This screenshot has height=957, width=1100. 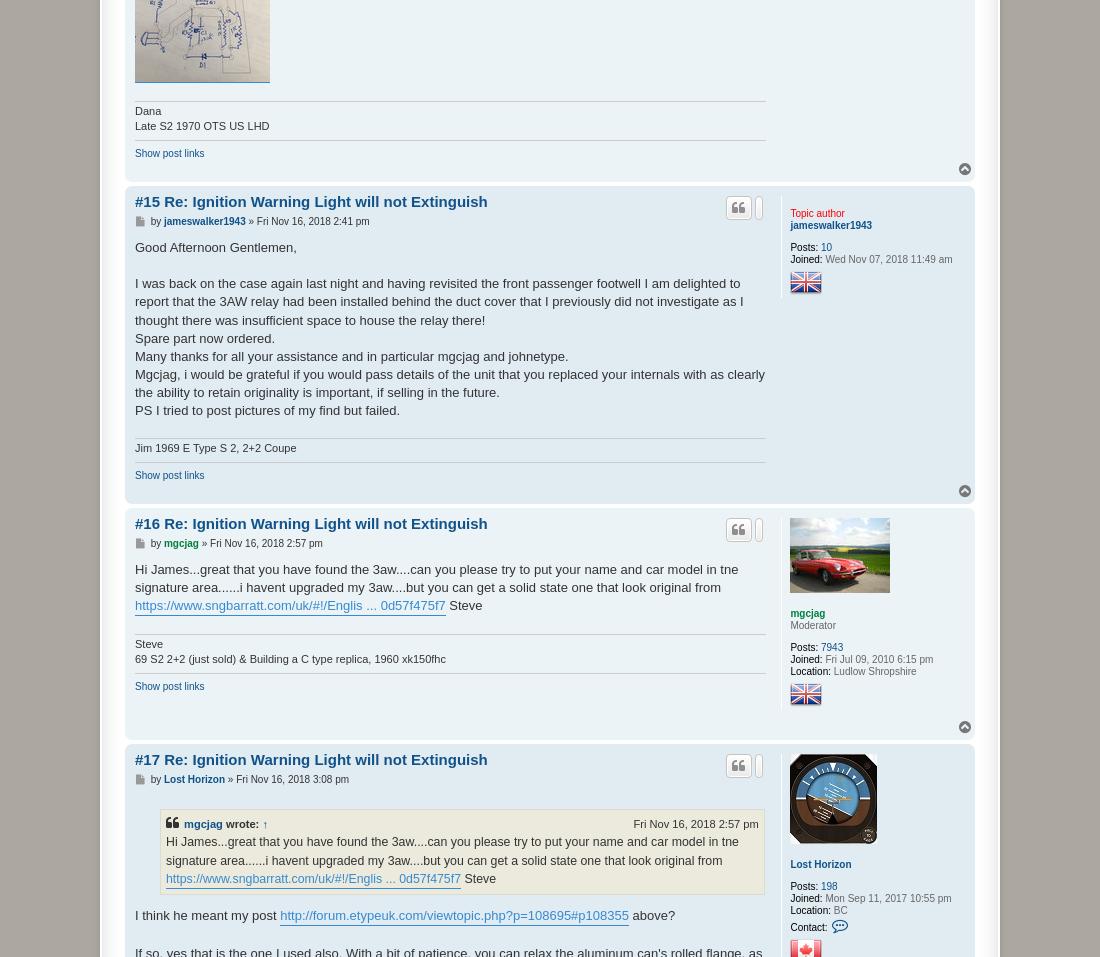 What do you see at coordinates (291, 777) in the screenshot?
I see `'Fri Nov 16, 2018 3:08 pm'` at bounding box center [291, 777].